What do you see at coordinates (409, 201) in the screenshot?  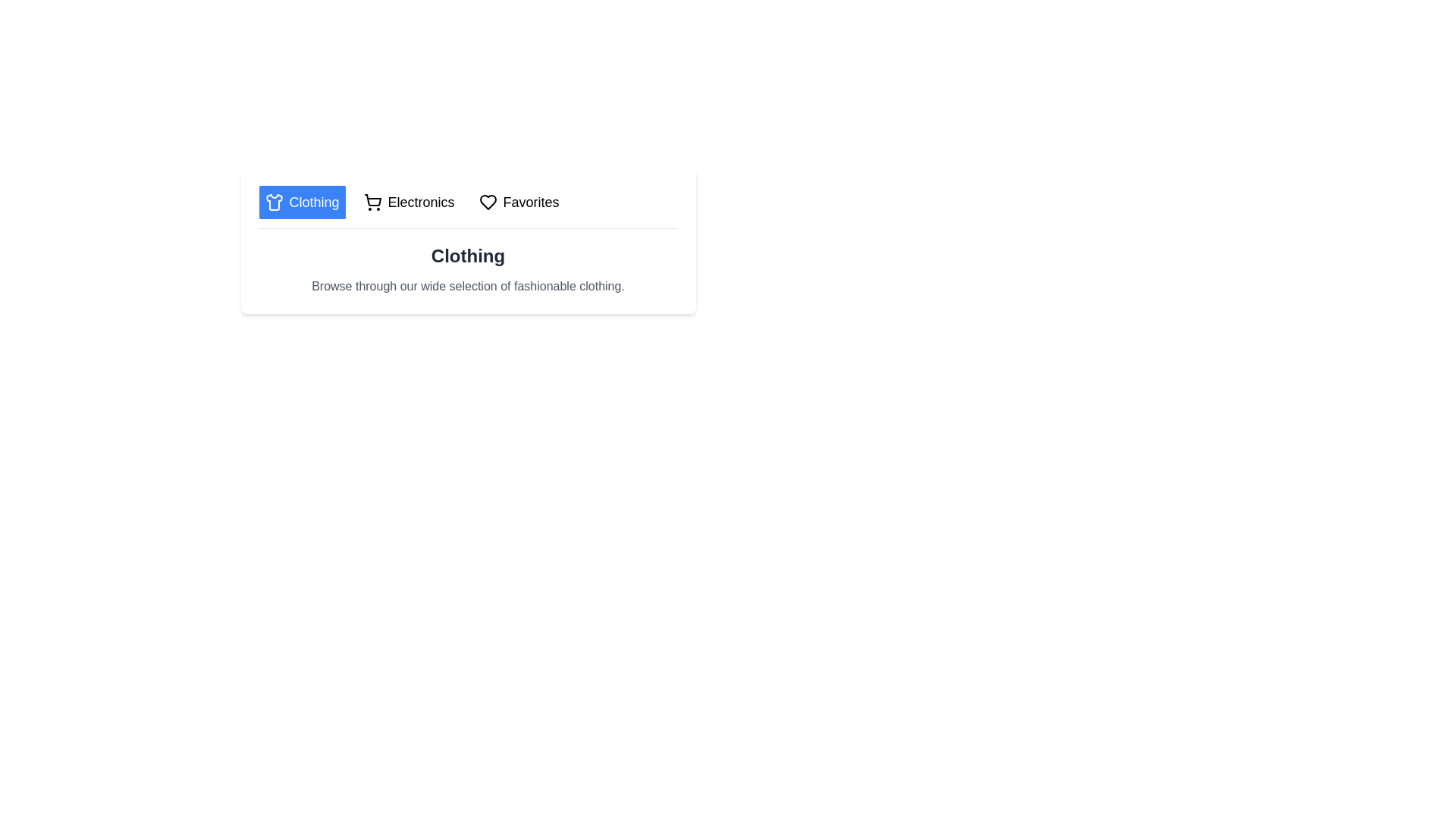 I see `the Electronics tab to switch to the corresponding category` at bounding box center [409, 201].